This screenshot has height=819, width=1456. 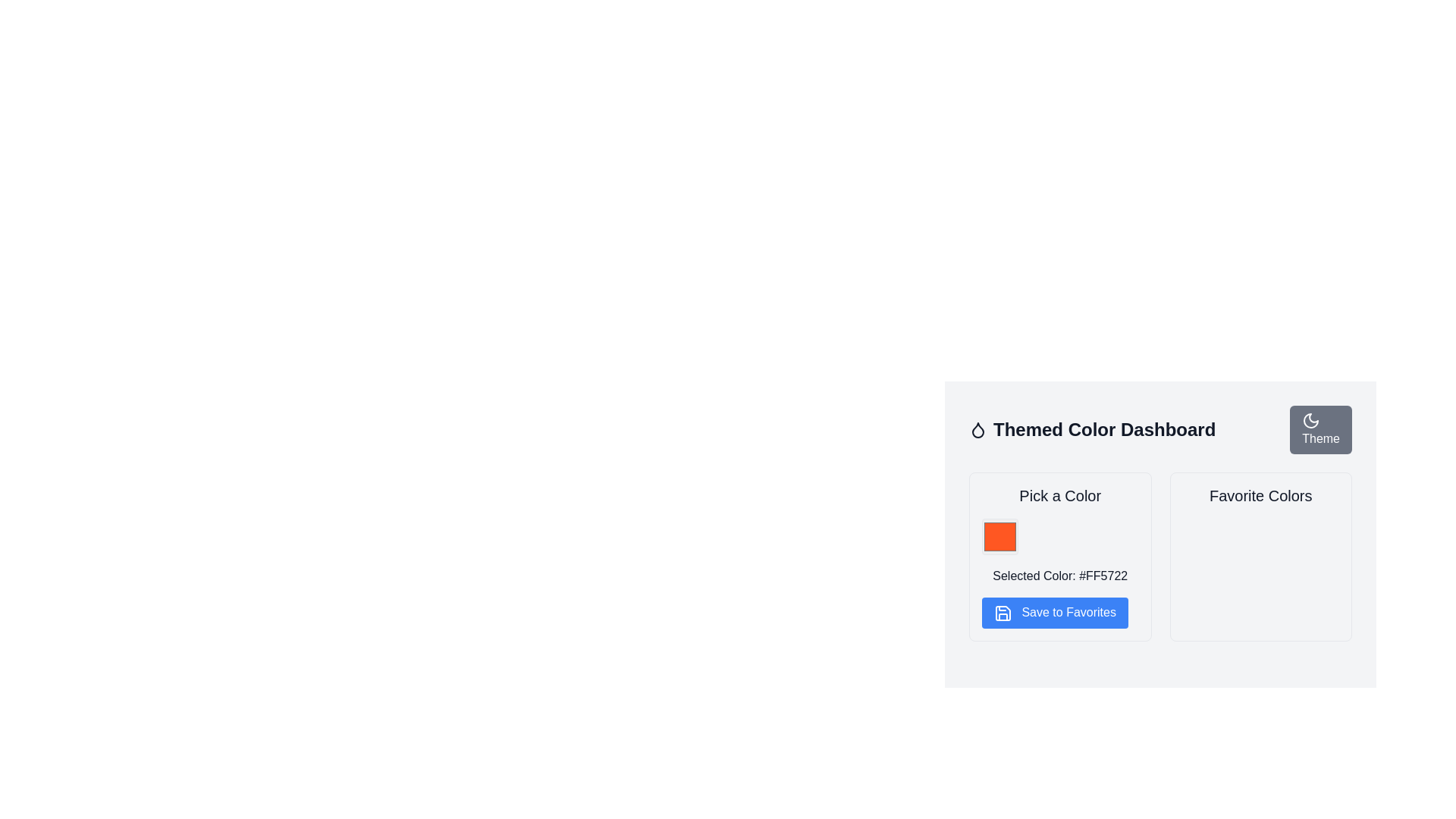 What do you see at coordinates (1310, 421) in the screenshot?
I see `the toggle icon for the nighttime or dark mode feature located in the top-right corner of the themed color dashboard interface, next to the 'Theme' label` at bounding box center [1310, 421].